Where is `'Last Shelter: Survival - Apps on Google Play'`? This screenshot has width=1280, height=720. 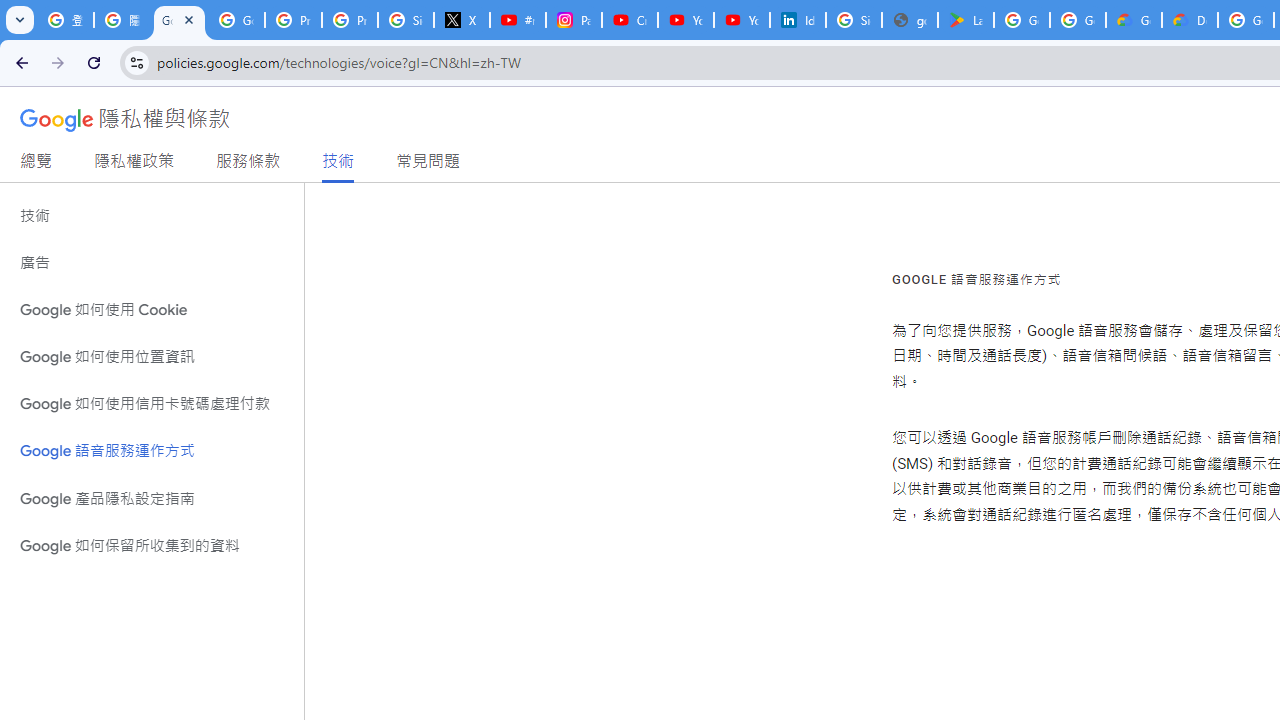 'Last Shelter: Survival - Apps on Google Play' is located at coordinates (966, 20).